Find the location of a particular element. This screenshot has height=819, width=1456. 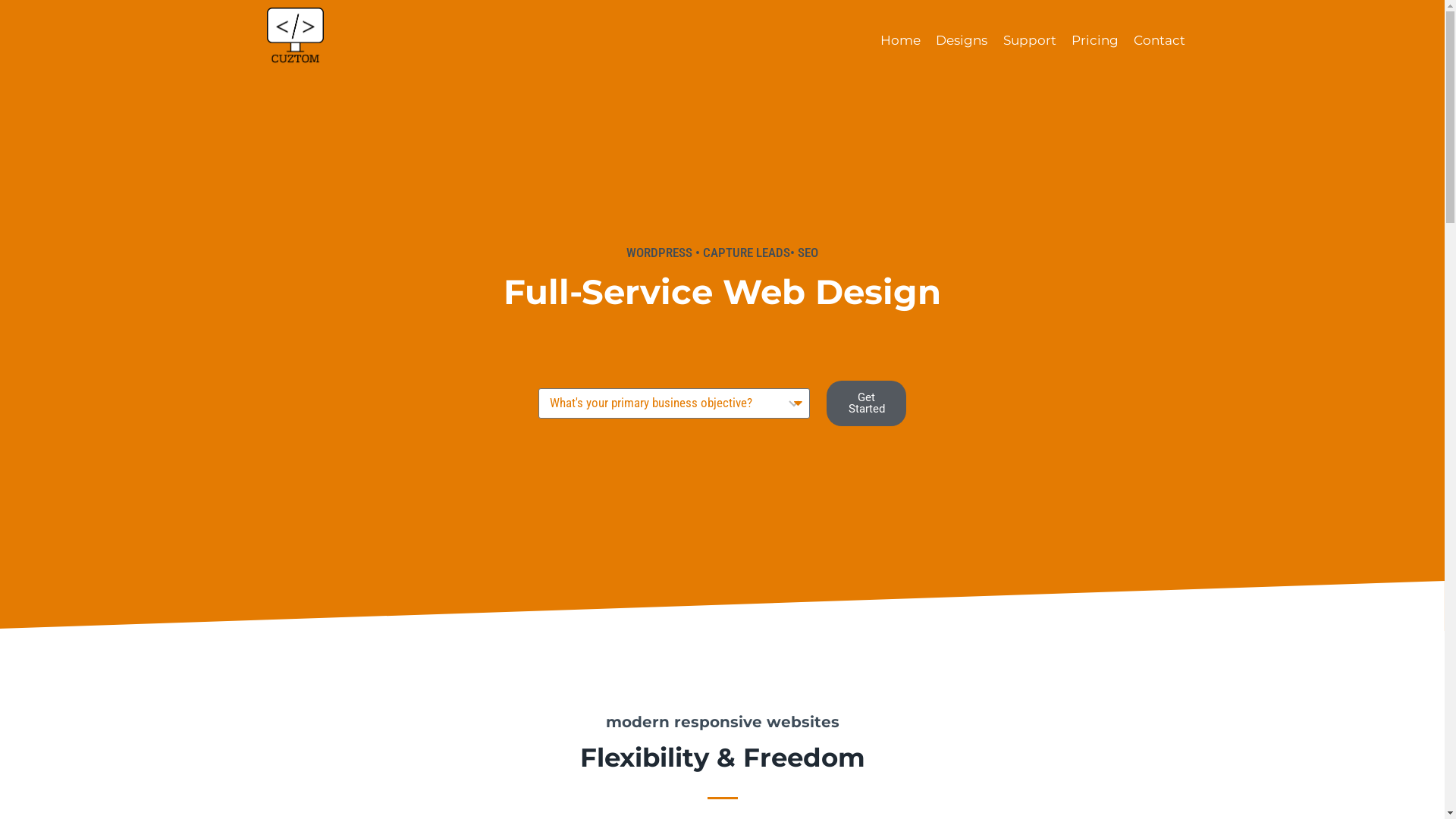

'Contact' is located at coordinates (1159, 40).